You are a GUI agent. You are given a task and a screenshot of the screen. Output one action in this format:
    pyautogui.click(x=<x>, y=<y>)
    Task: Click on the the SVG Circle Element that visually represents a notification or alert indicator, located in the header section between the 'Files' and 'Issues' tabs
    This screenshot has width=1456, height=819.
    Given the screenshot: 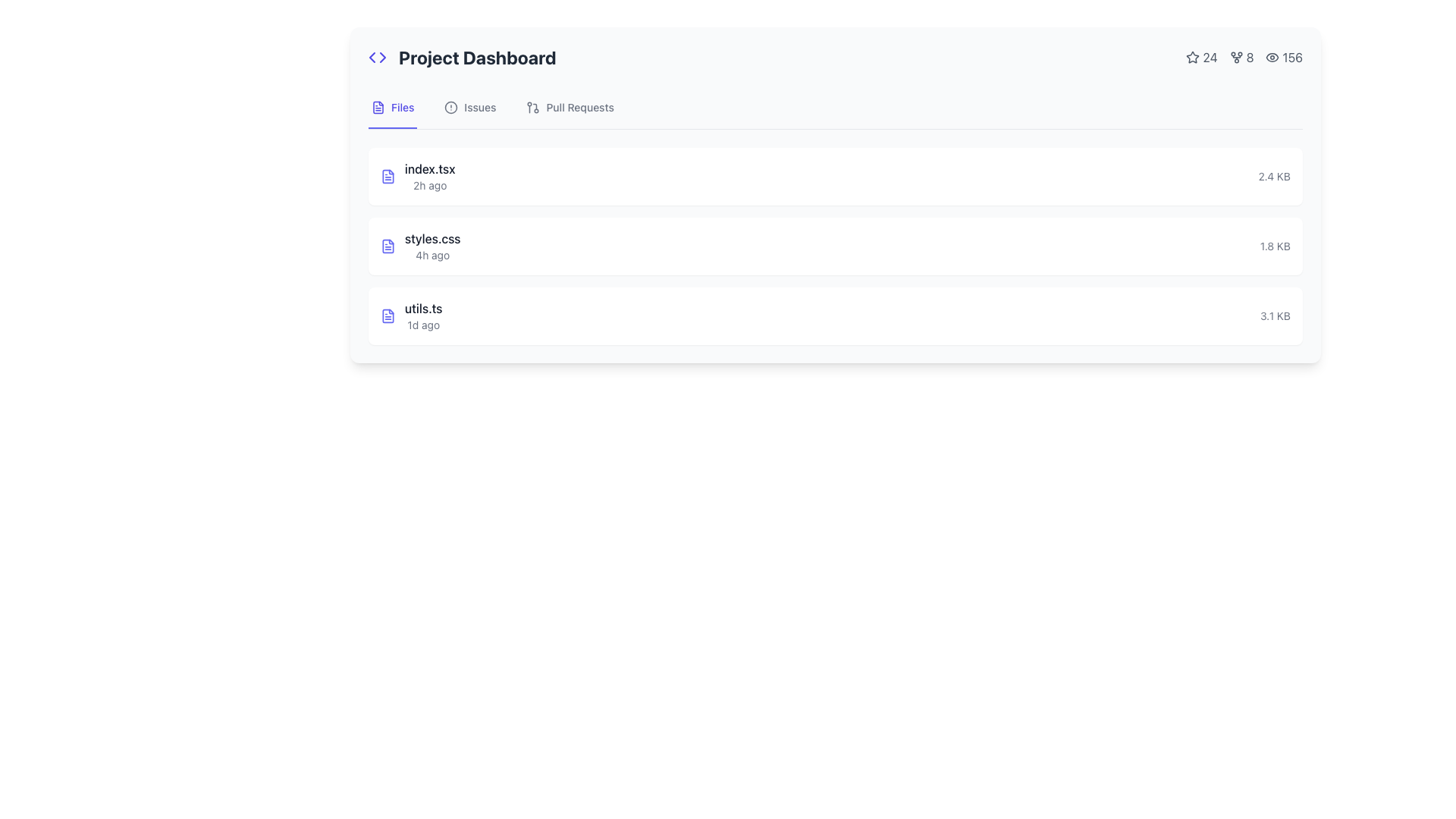 What is the action you would take?
    pyautogui.click(x=450, y=107)
    